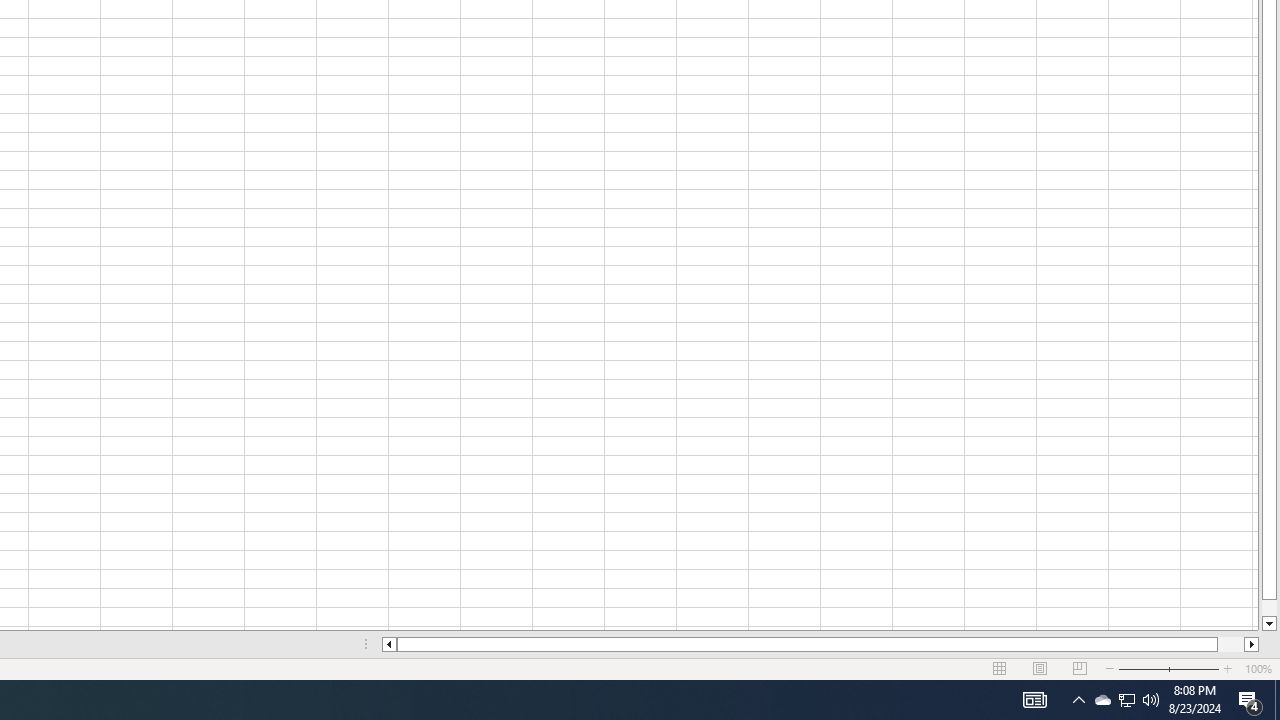  Describe the element at coordinates (820, 644) in the screenshot. I see `'Class: NetUIScrollBar'` at that location.